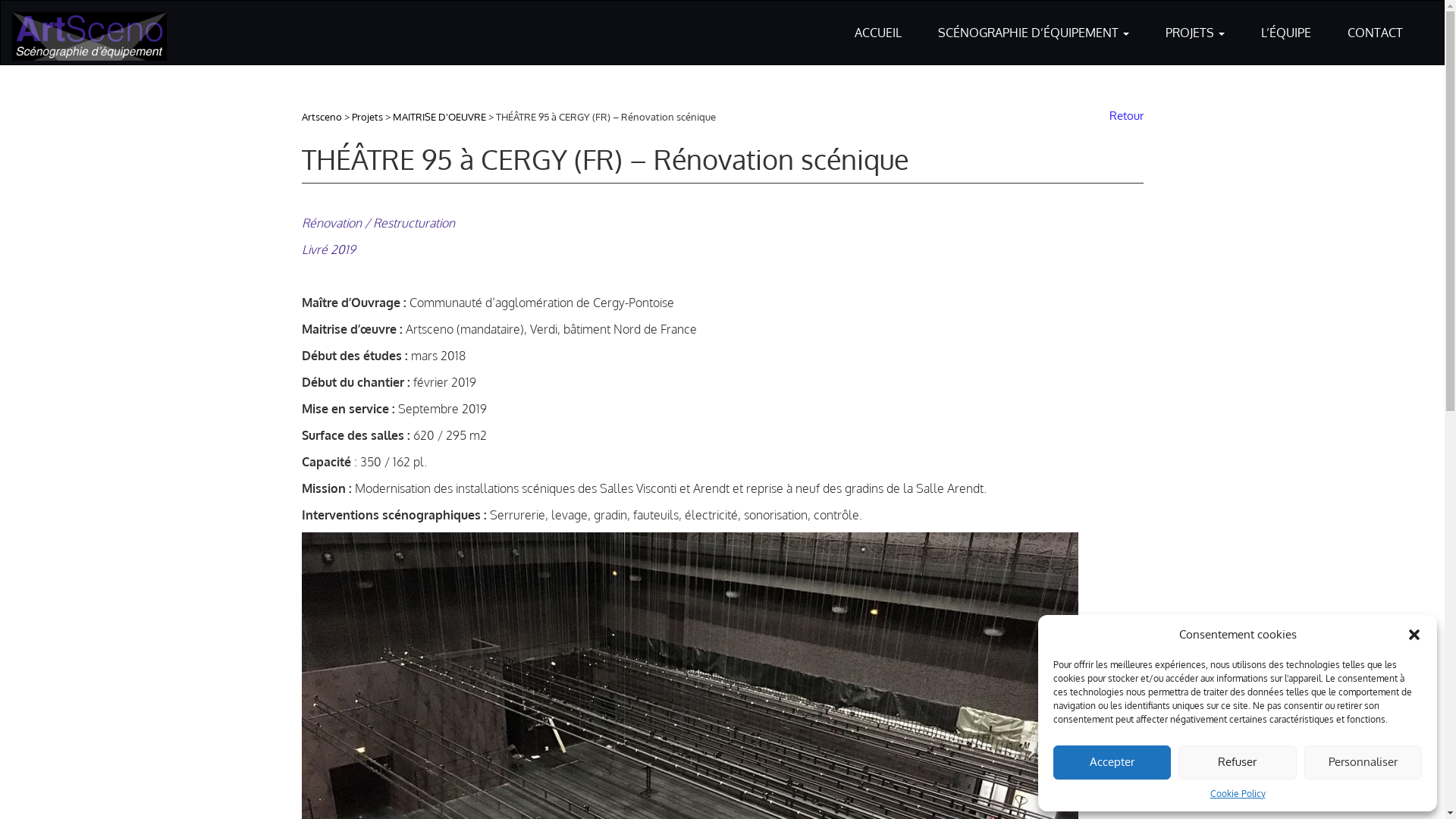 The image size is (1456, 819). I want to click on 'CONTACT', so click(1375, 23).